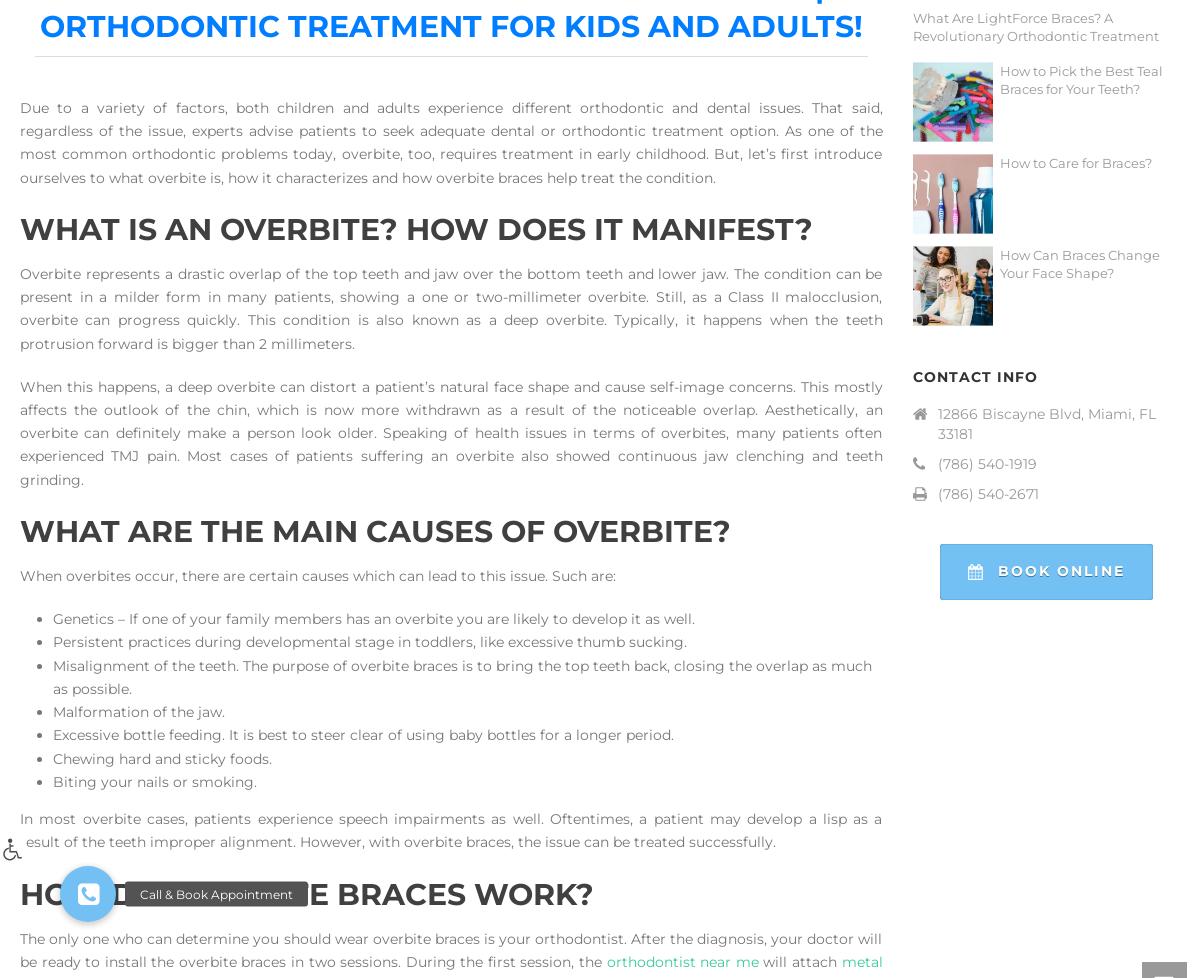 This screenshot has width=1200, height=978. I want to click on 'Biting your nails or smoking.', so click(51, 780).